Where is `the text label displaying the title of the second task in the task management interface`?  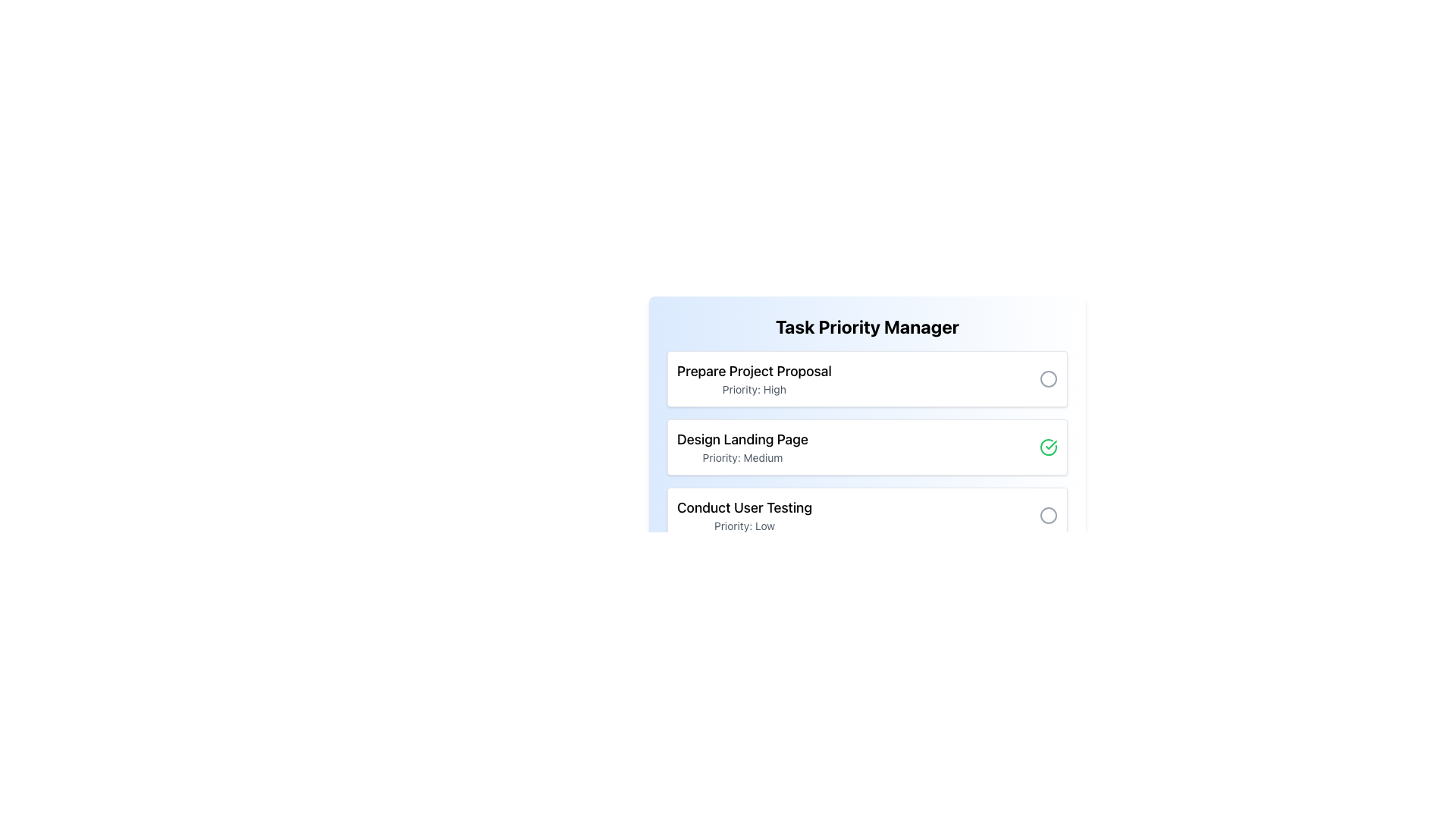 the text label displaying the title of the second task in the task management interface is located at coordinates (742, 439).